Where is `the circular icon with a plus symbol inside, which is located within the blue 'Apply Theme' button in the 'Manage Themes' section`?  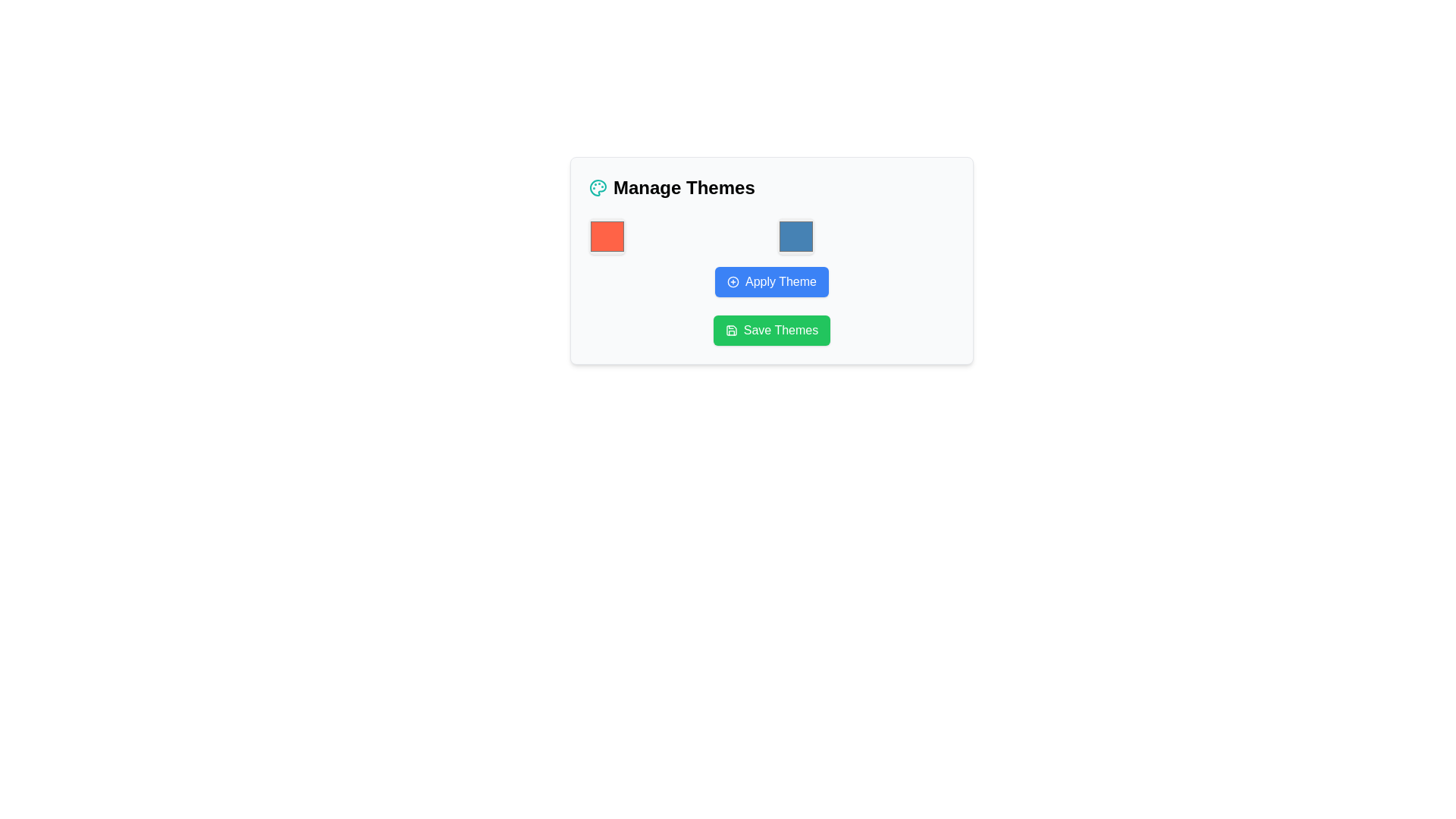
the circular icon with a plus symbol inside, which is located within the blue 'Apply Theme' button in the 'Manage Themes' section is located at coordinates (733, 281).